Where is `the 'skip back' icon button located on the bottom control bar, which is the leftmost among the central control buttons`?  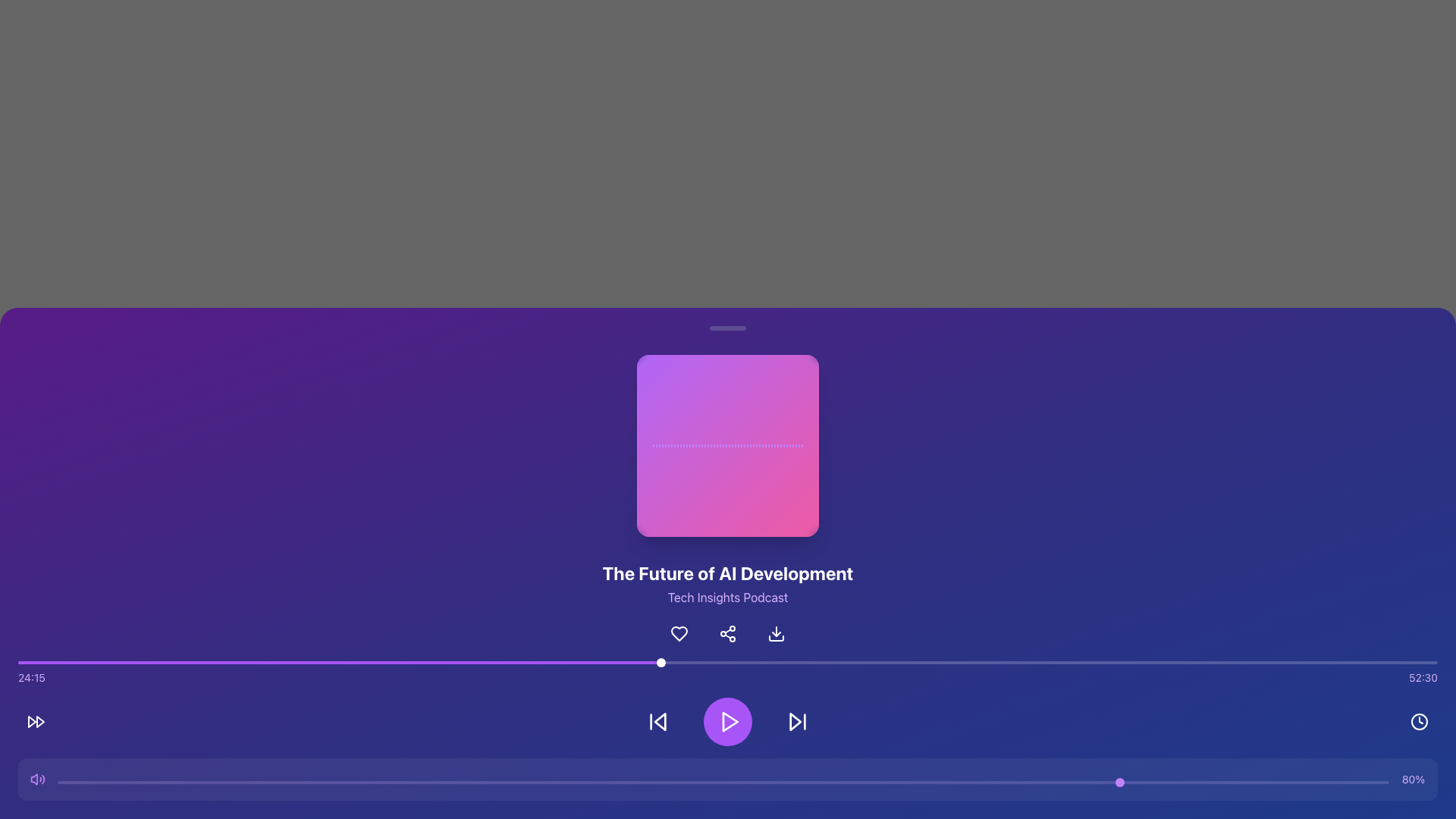
the 'skip back' icon button located on the bottom control bar, which is the leftmost among the central control buttons is located at coordinates (659, 721).